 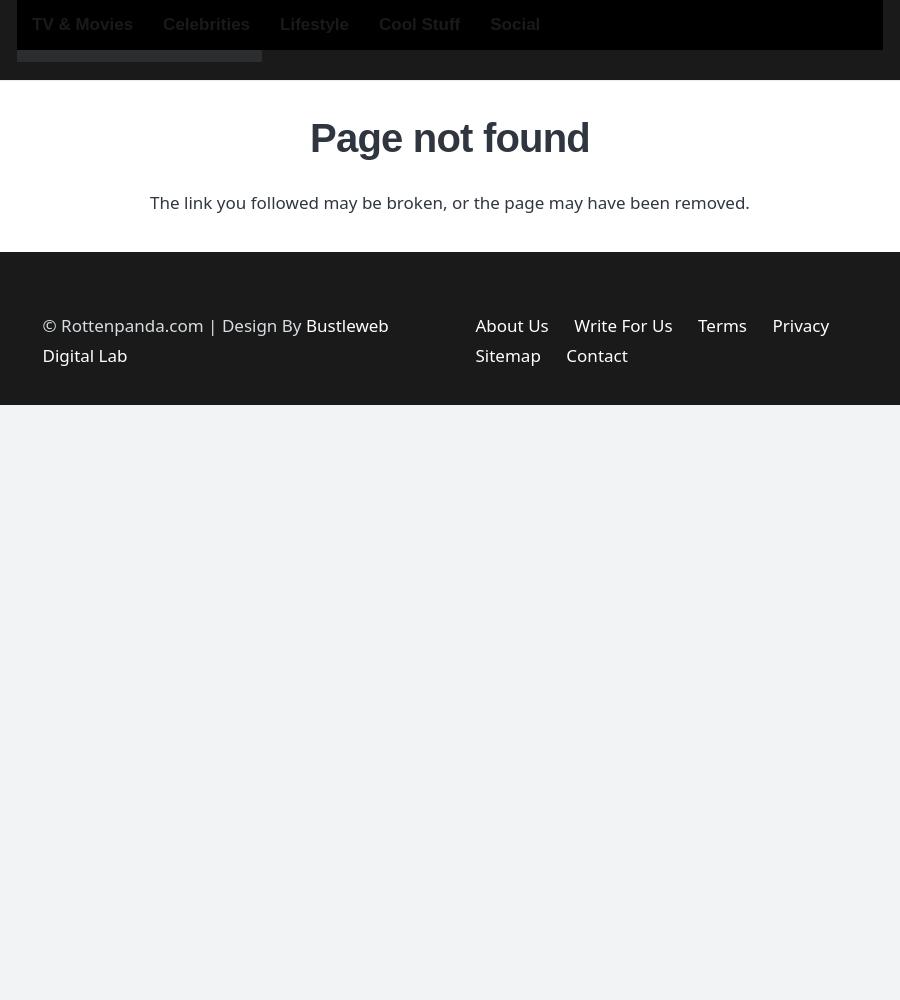 I want to click on 'Bustleweb Digital Lab', so click(x=41, y=339).